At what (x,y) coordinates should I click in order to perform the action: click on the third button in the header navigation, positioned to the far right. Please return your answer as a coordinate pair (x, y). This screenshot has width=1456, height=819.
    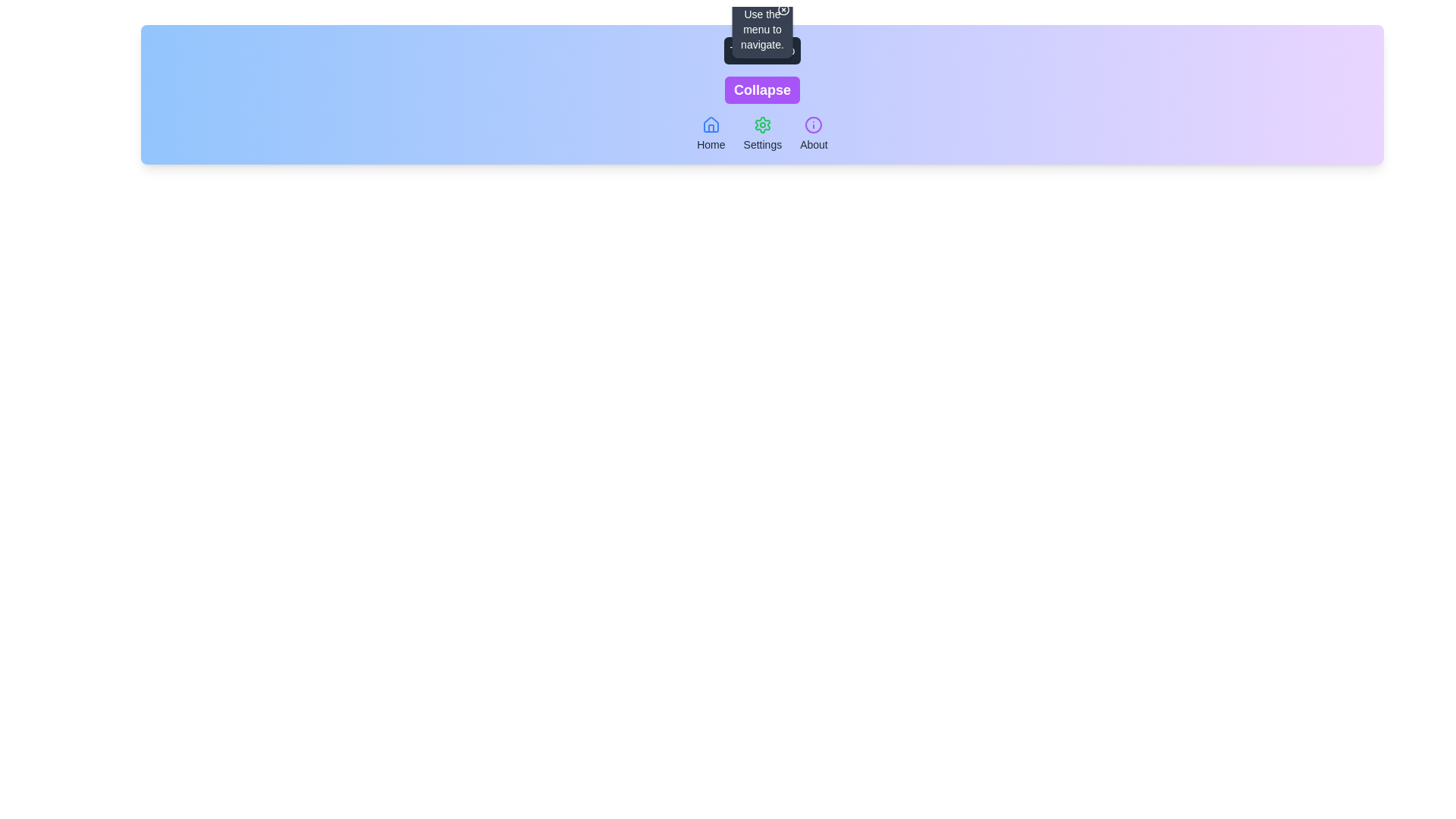
    Looking at the image, I should click on (813, 133).